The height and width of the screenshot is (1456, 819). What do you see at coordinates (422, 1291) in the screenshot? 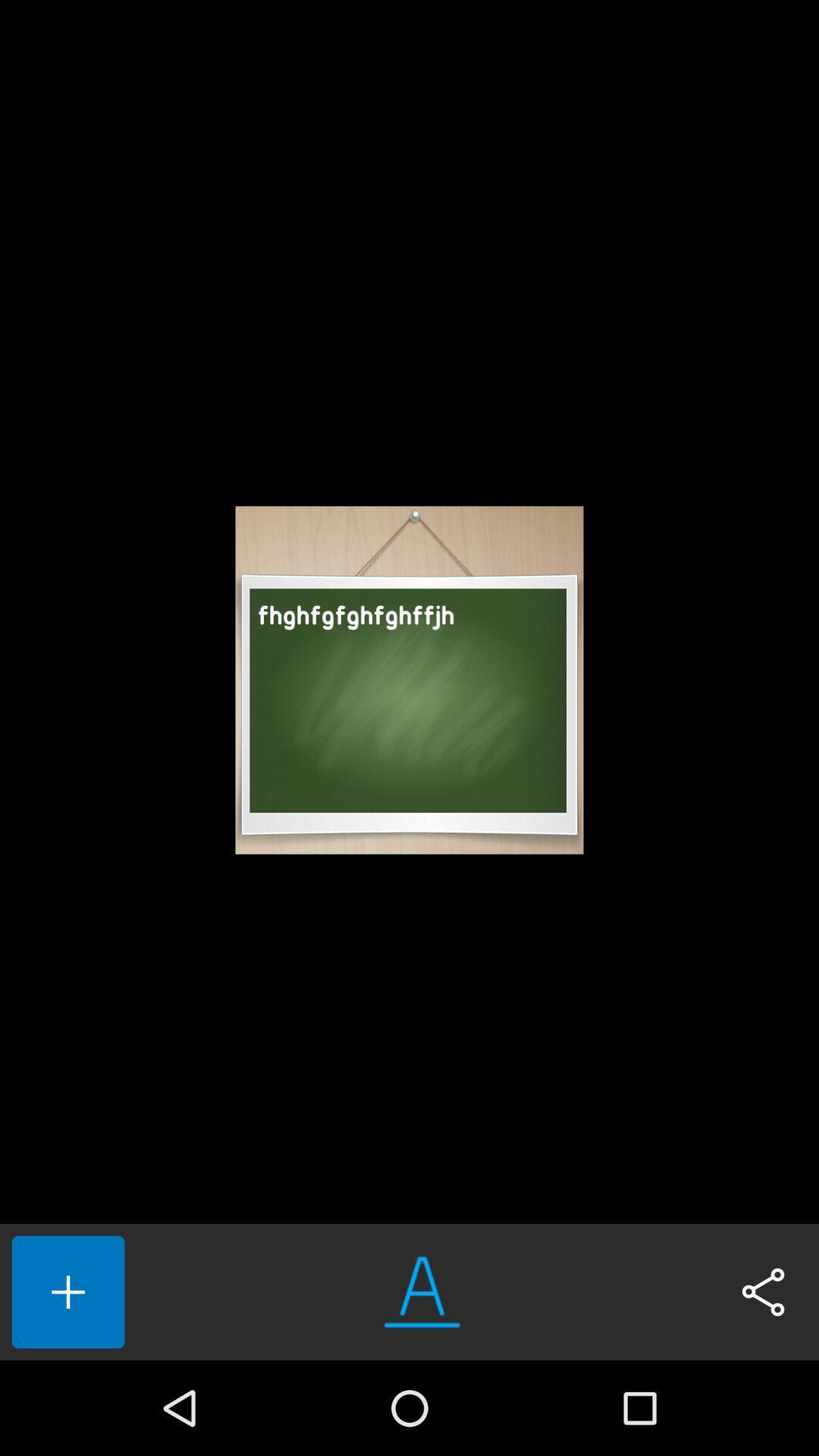
I see `the font icon` at bounding box center [422, 1291].